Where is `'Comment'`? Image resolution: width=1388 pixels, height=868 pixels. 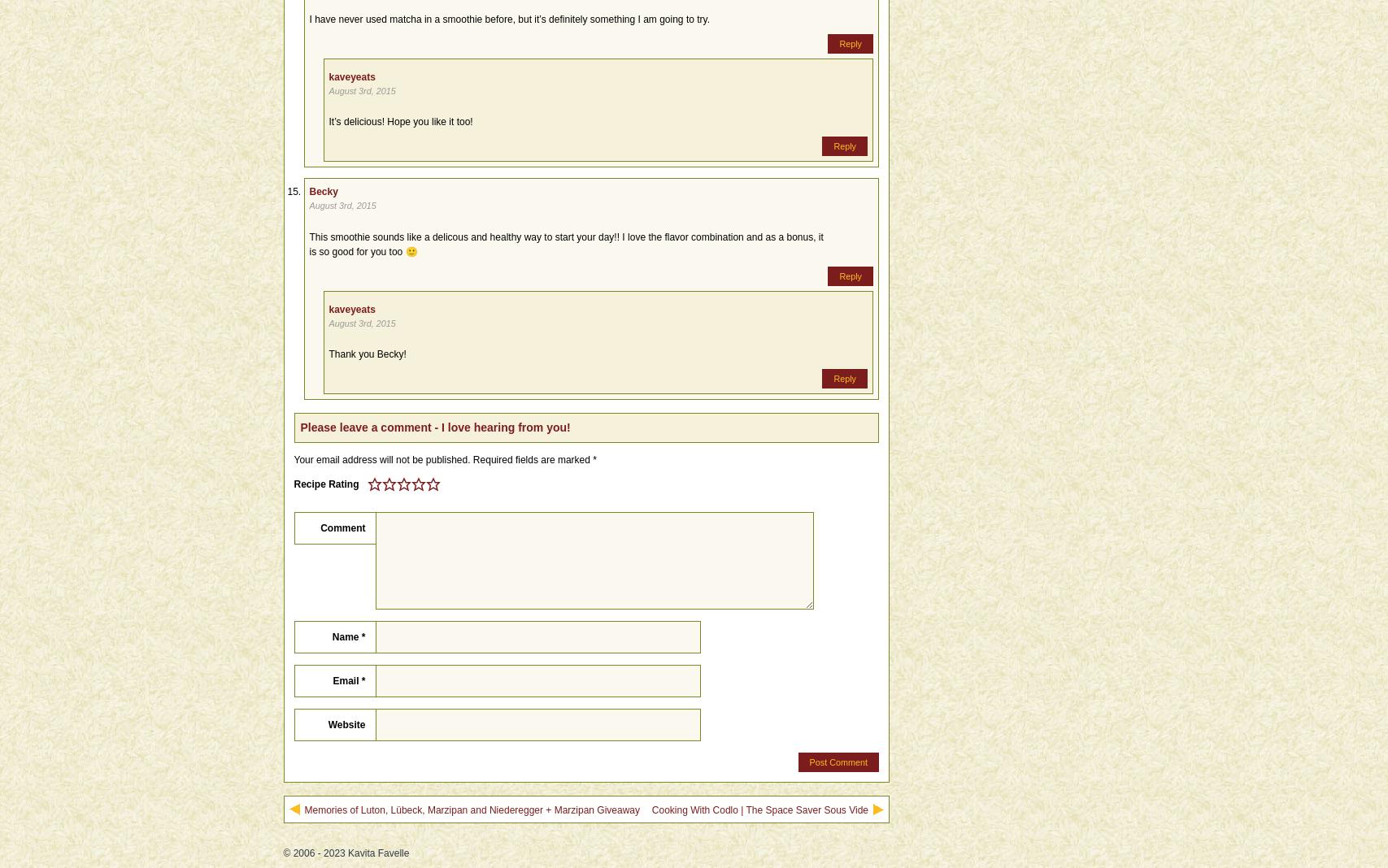
'Comment' is located at coordinates (342, 527).